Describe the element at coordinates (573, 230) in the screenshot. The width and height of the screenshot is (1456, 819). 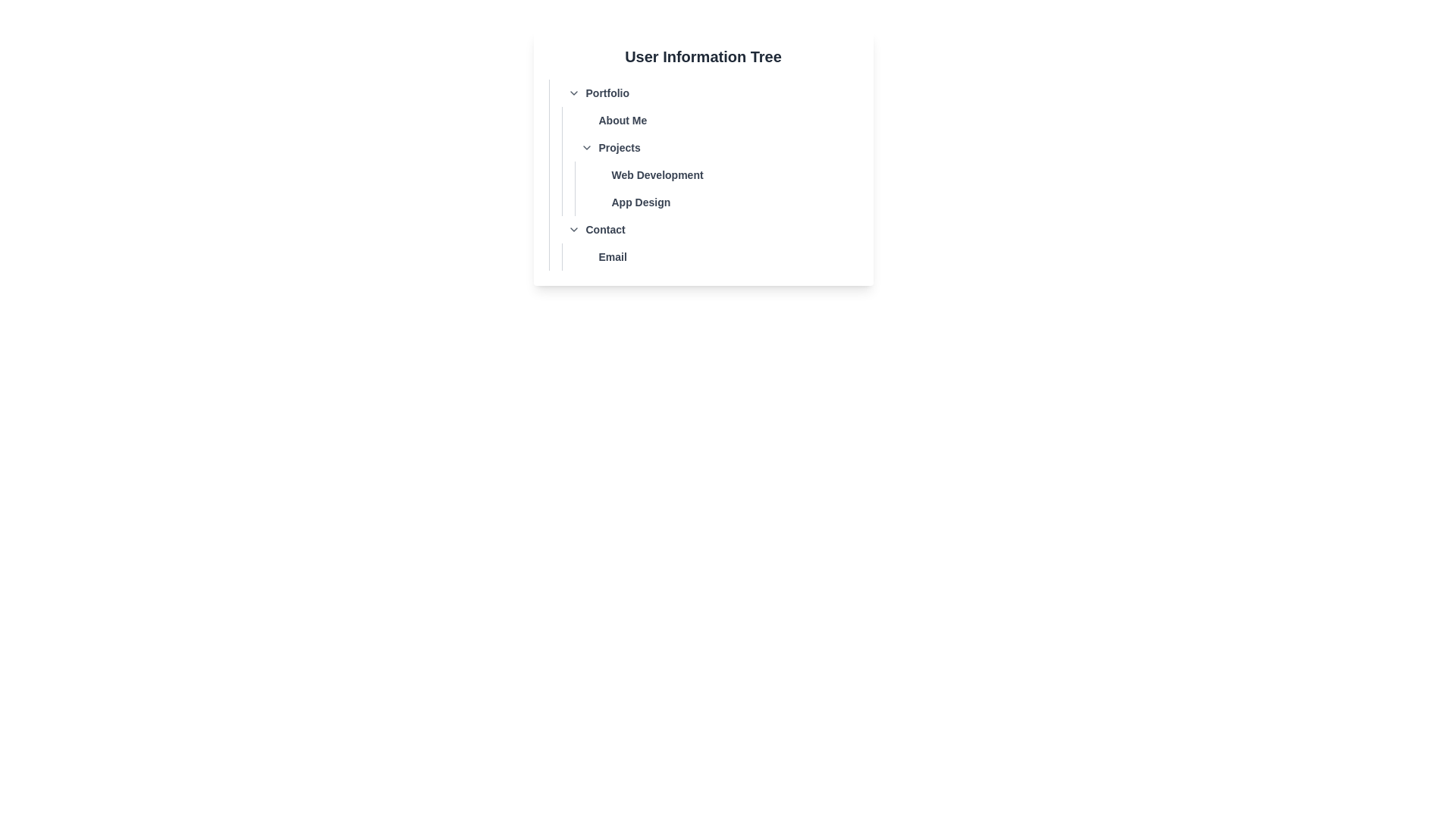
I see `the downward-facing chevron icon that serves as a dropdown indicator located to the left of the 'Contact' text` at that location.